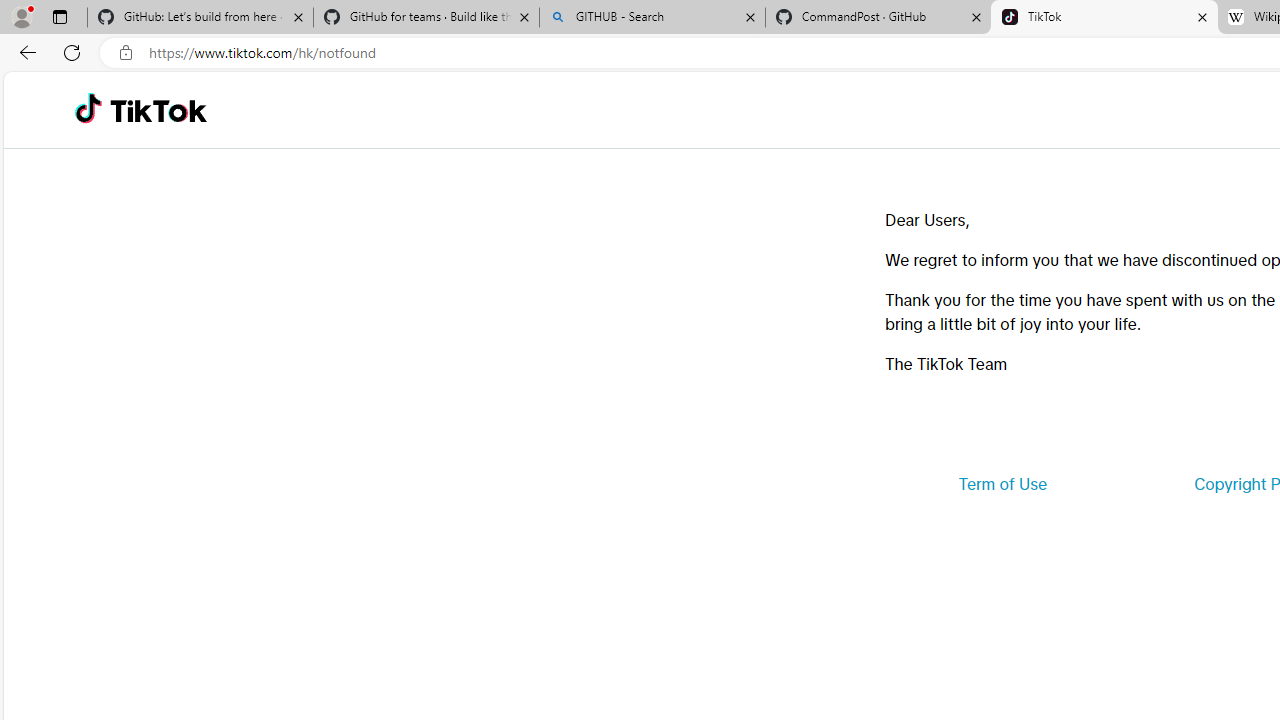 The height and width of the screenshot is (720, 1280). I want to click on 'GITHUB - Search', so click(652, 17).